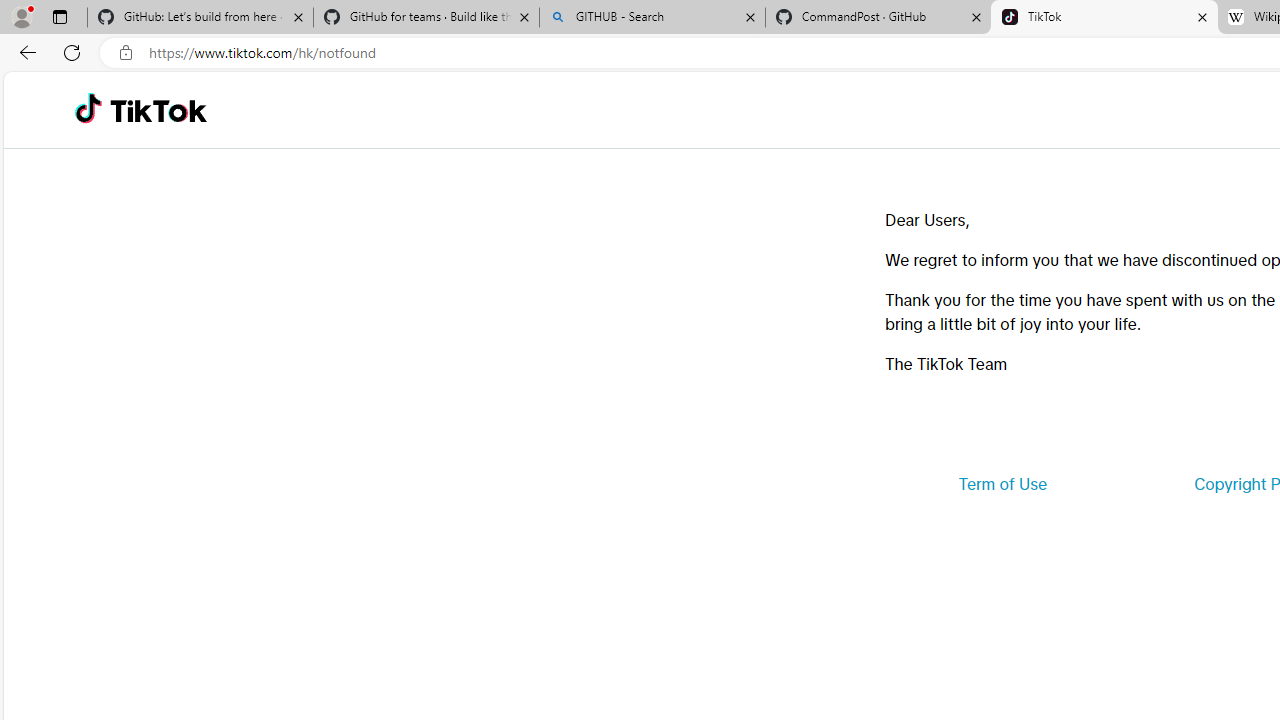 The height and width of the screenshot is (720, 1280). I want to click on 'GITHUB - Search', so click(652, 17).